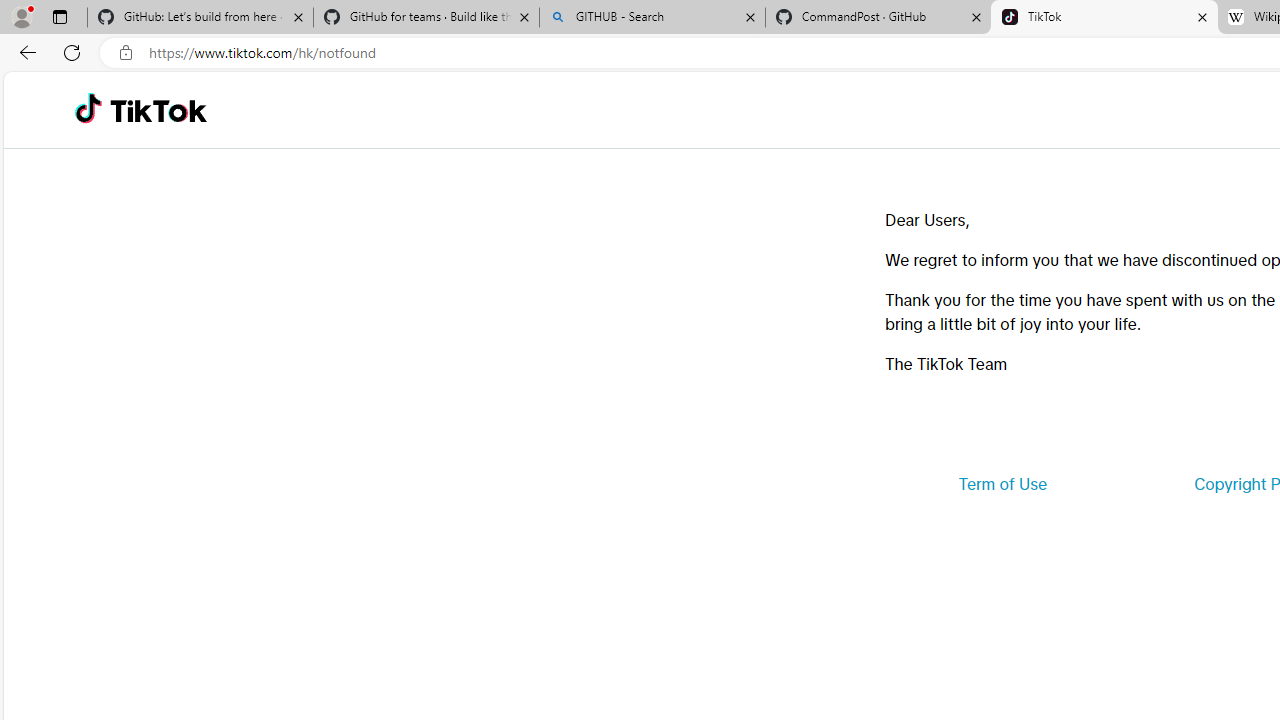 The height and width of the screenshot is (720, 1280). I want to click on 'GITHUB - Search', so click(652, 17).